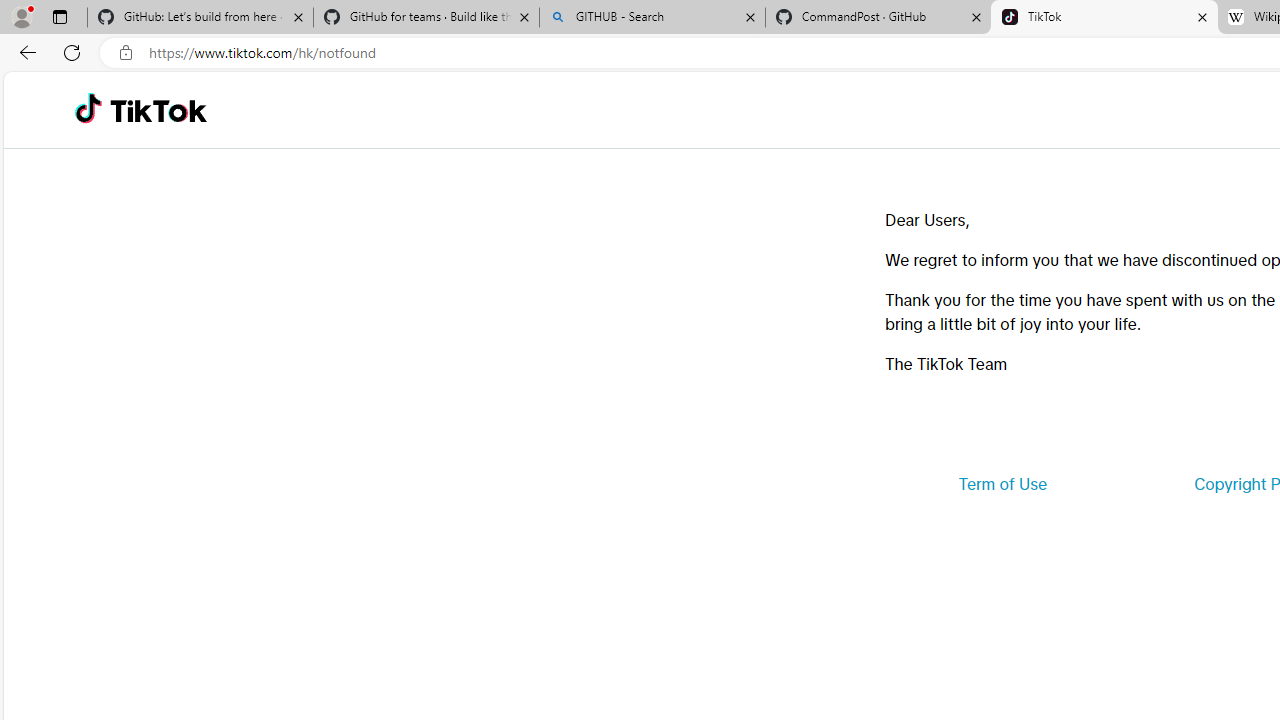 The height and width of the screenshot is (720, 1280). I want to click on 'GITHUB - Search', so click(652, 17).